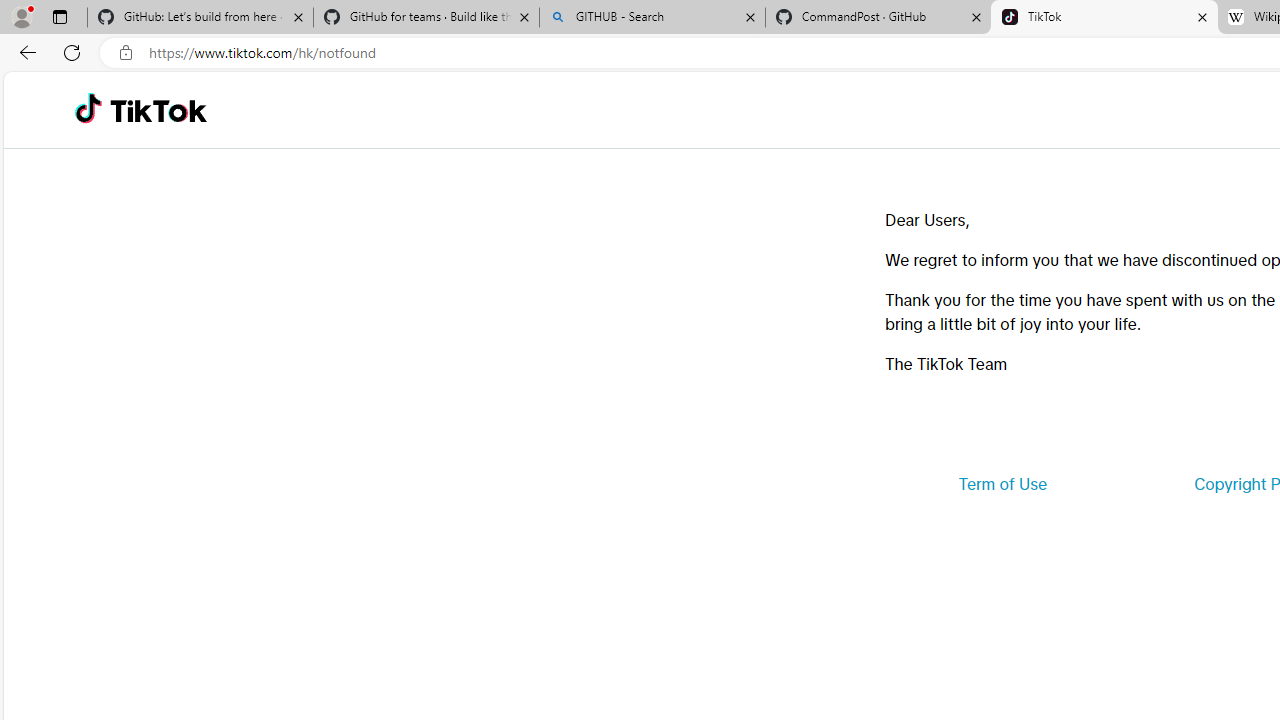 The height and width of the screenshot is (720, 1280). I want to click on 'GITHUB - Search', so click(652, 17).